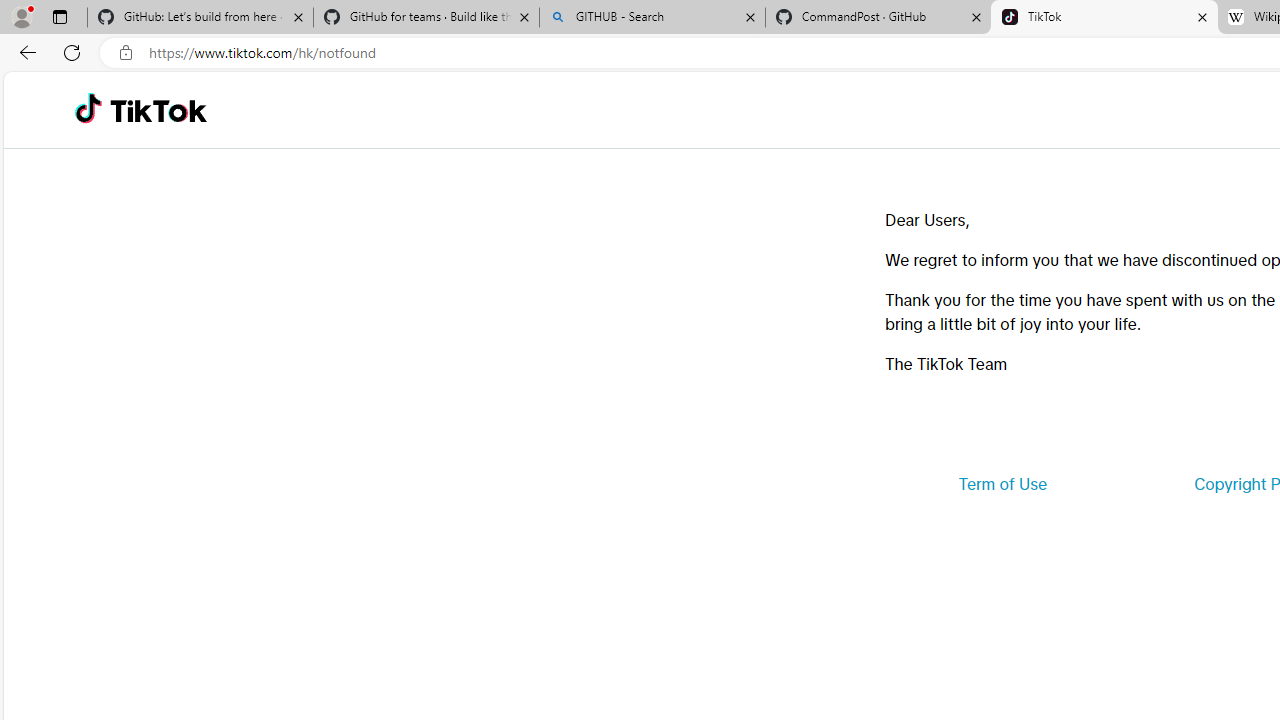 The height and width of the screenshot is (720, 1280). I want to click on 'GITHUB - Search', so click(652, 17).